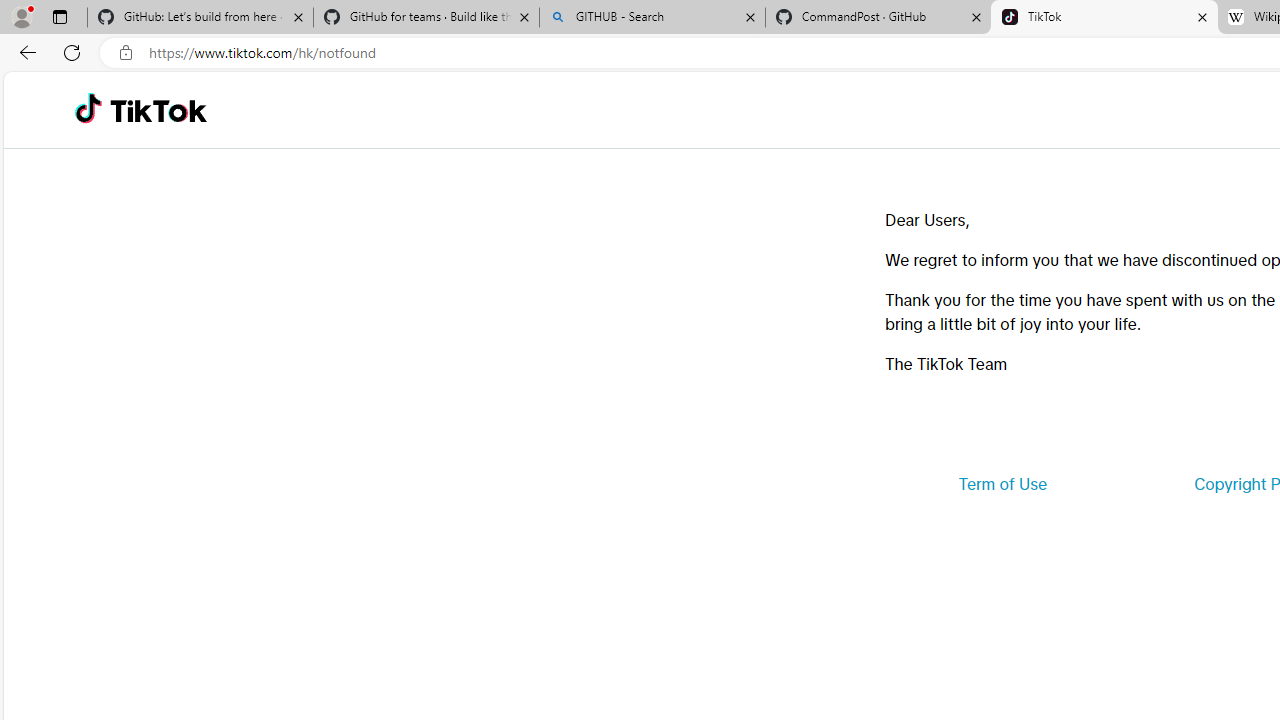 The height and width of the screenshot is (720, 1280). I want to click on 'GITHUB - Search', so click(652, 17).